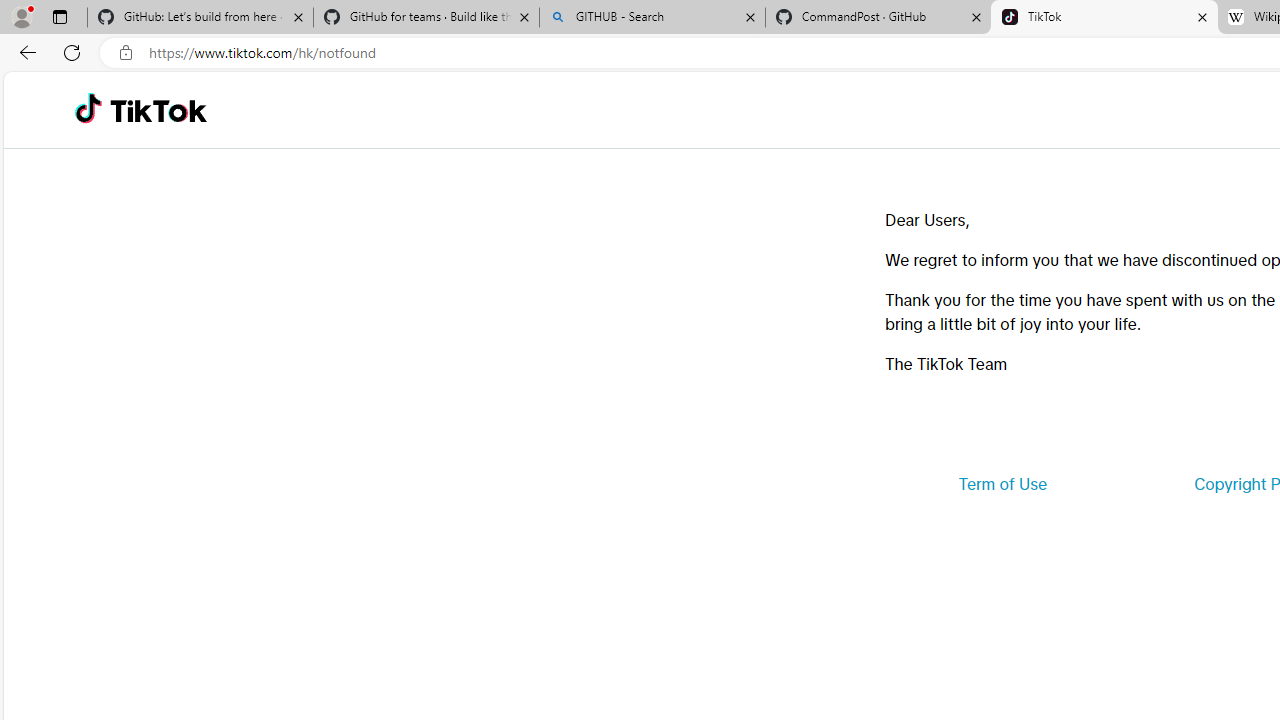 The height and width of the screenshot is (720, 1280). I want to click on 'GITHUB - Search', so click(652, 17).